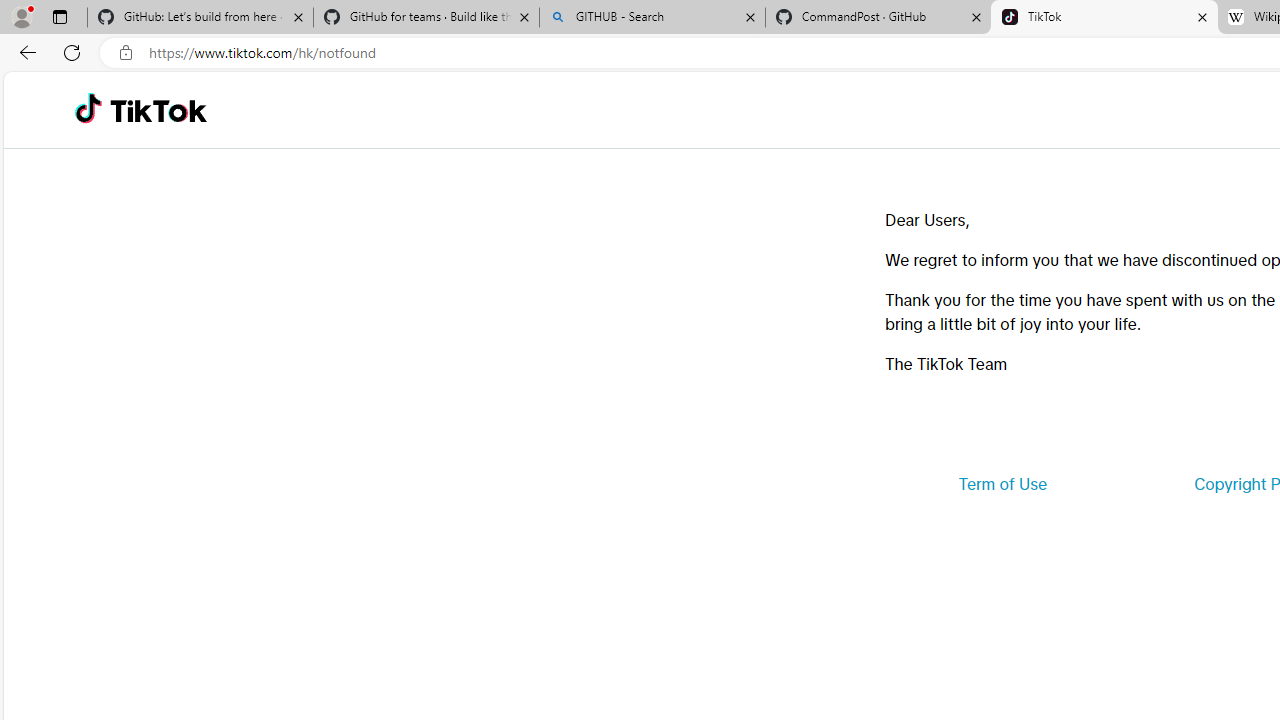 The height and width of the screenshot is (720, 1280). I want to click on 'GITHUB - Search', so click(652, 17).